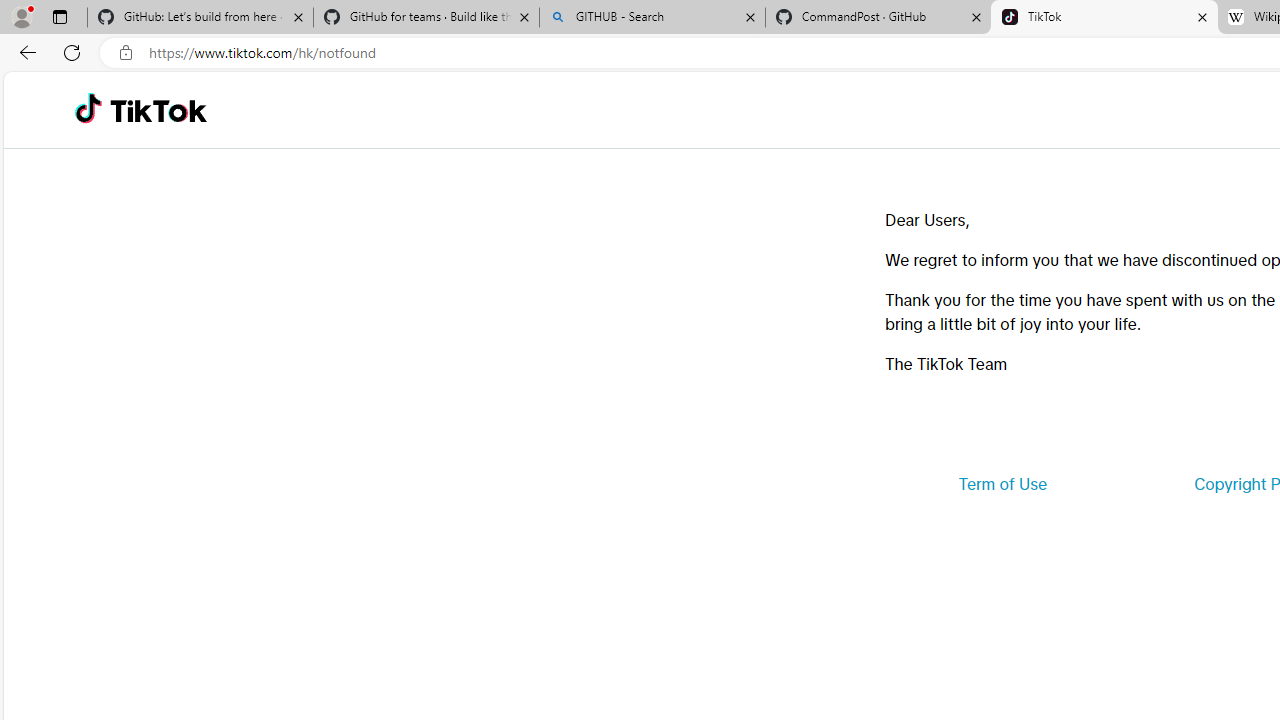 The height and width of the screenshot is (720, 1280). I want to click on 'GITHUB - Search', so click(652, 17).